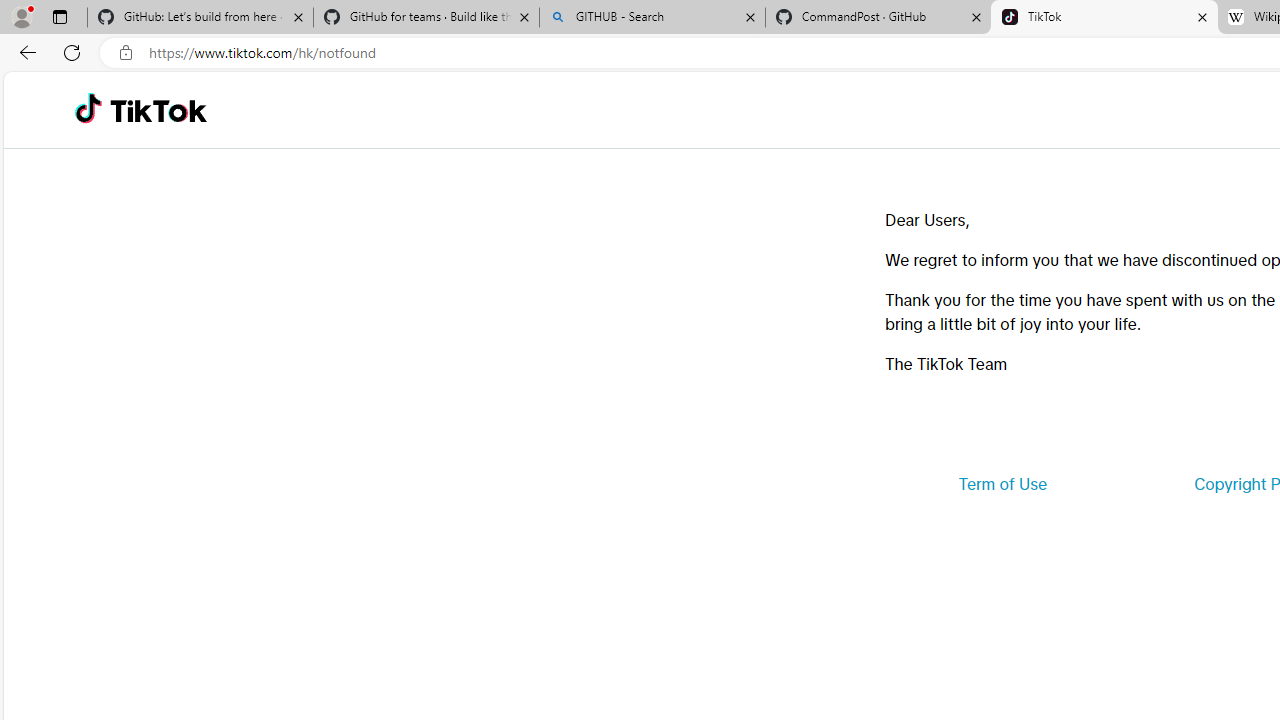 The height and width of the screenshot is (720, 1280). I want to click on 'GITHUB - Search', so click(652, 17).